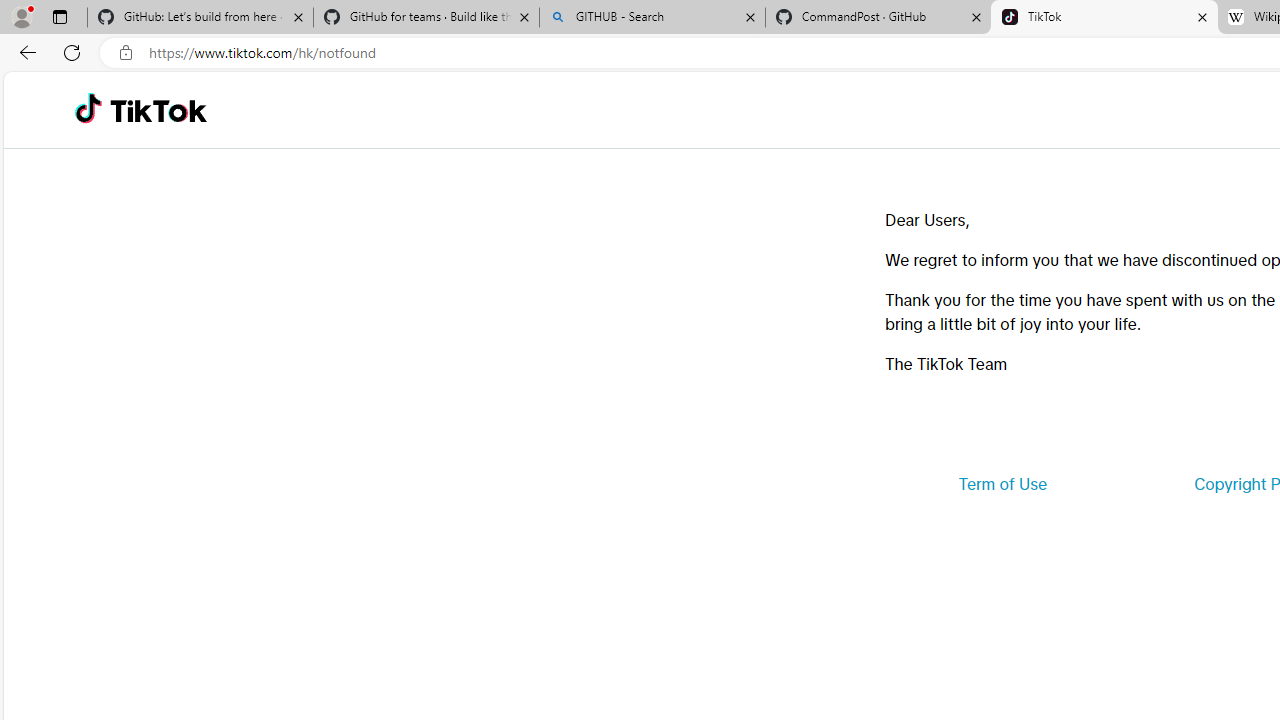 The height and width of the screenshot is (720, 1280). I want to click on 'GITHUB - Search', so click(652, 17).